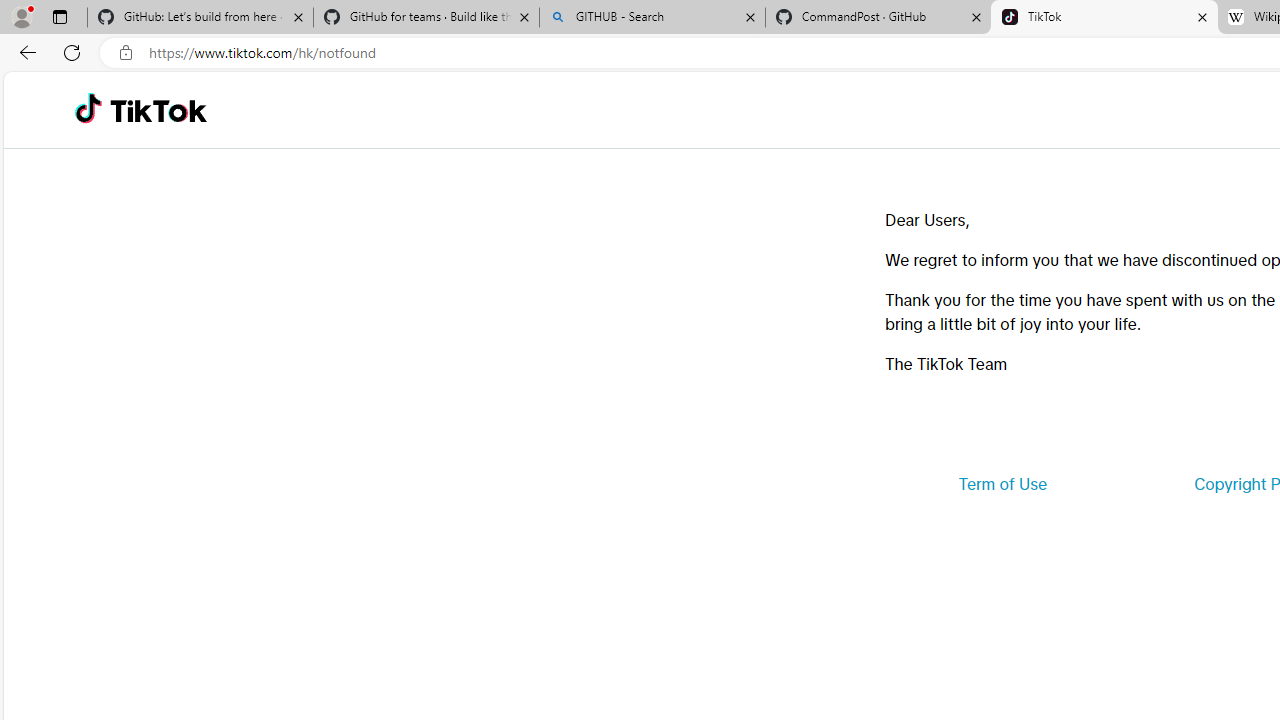 The height and width of the screenshot is (720, 1280). I want to click on 'GITHUB - Search', so click(652, 17).